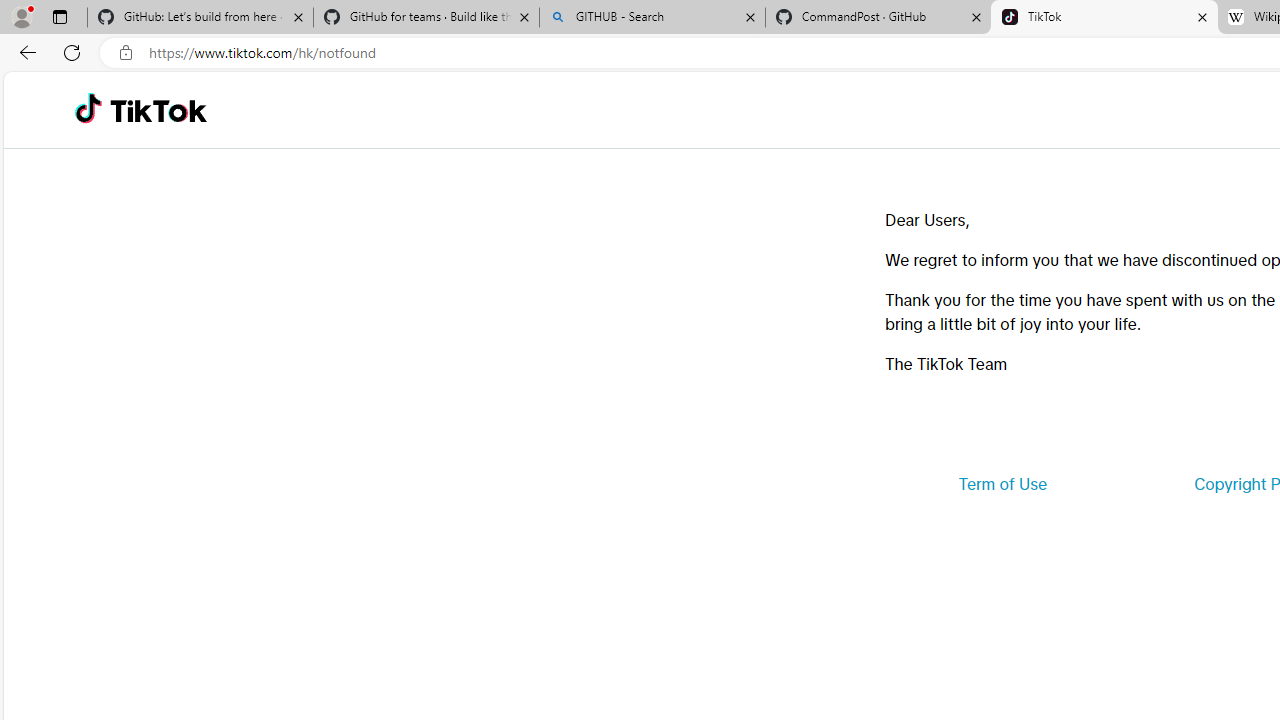 The height and width of the screenshot is (720, 1280). I want to click on 'GITHUB - Search', so click(652, 17).